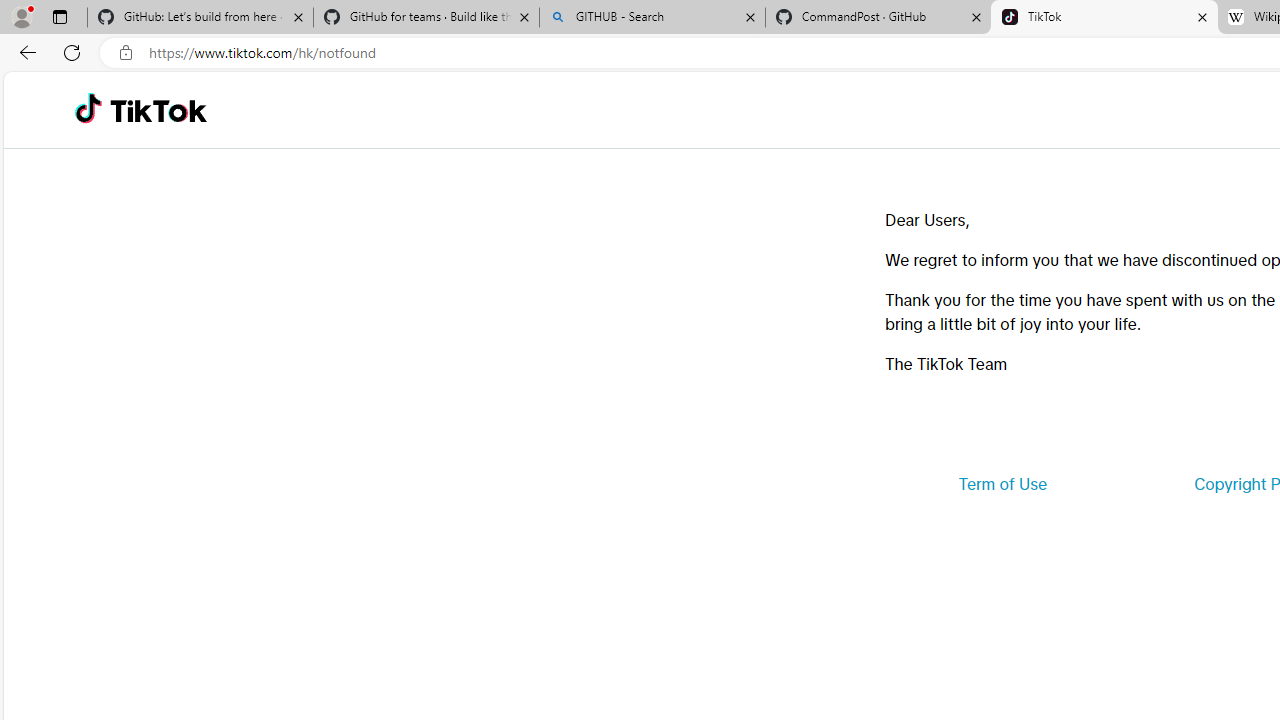 The height and width of the screenshot is (720, 1280). I want to click on 'GITHUB - Search', so click(652, 17).